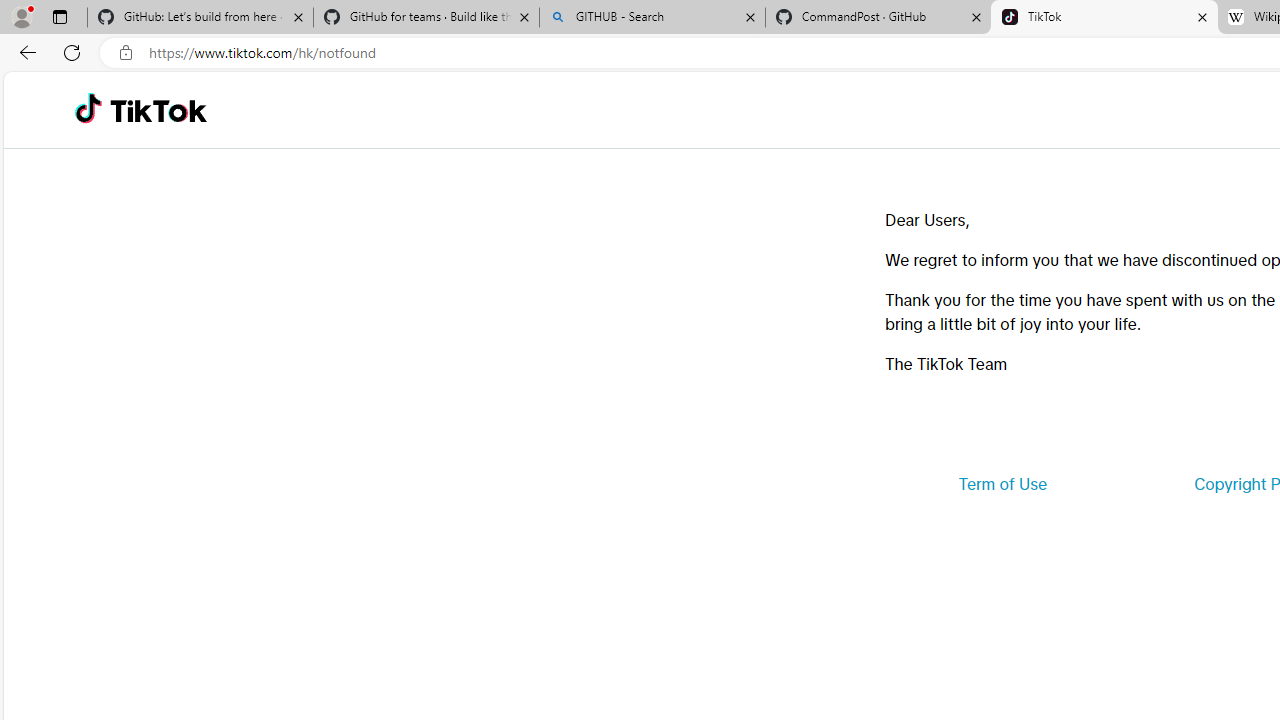 The height and width of the screenshot is (720, 1280). I want to click on 'GITHUB - Search', so click(652, 17).